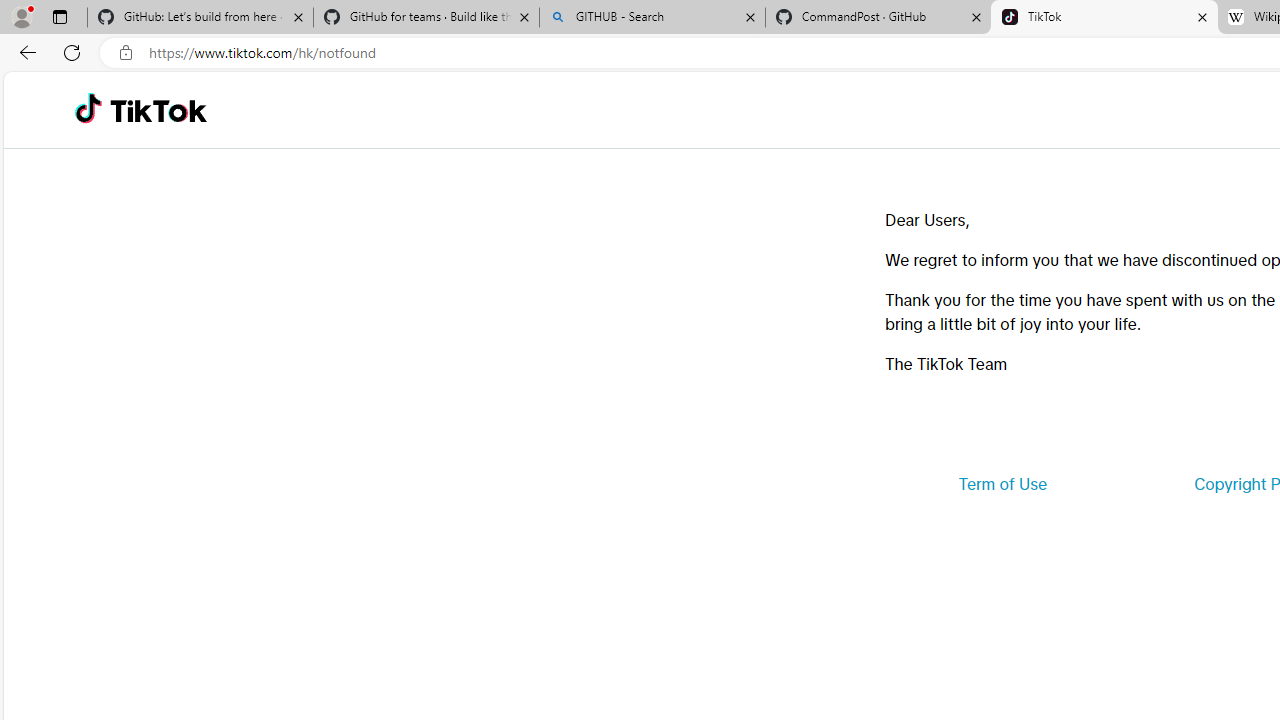 The height and width of the screenshot is (720, 1280). I want to click on 'GITHUB - Search', so click(652, 17).